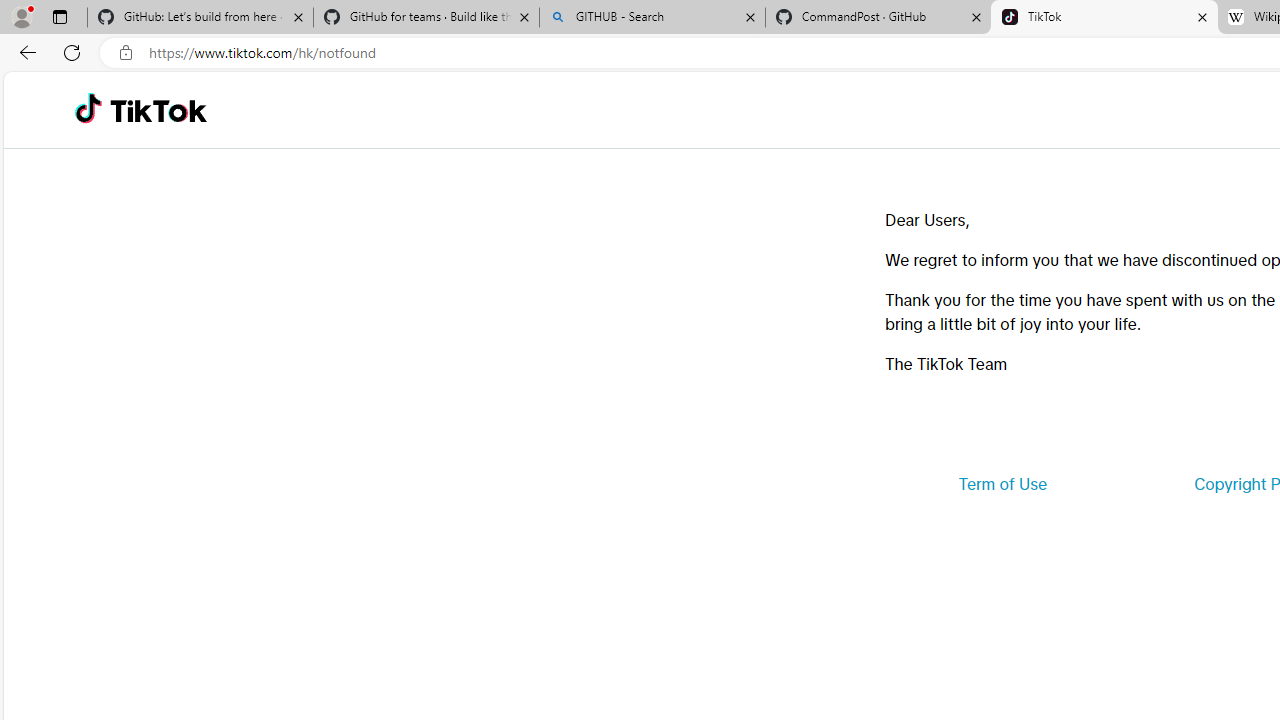 The height and width of the screenshot is (720, 1280). I want to click on 'GITHUB - Search', so click(652, 17).